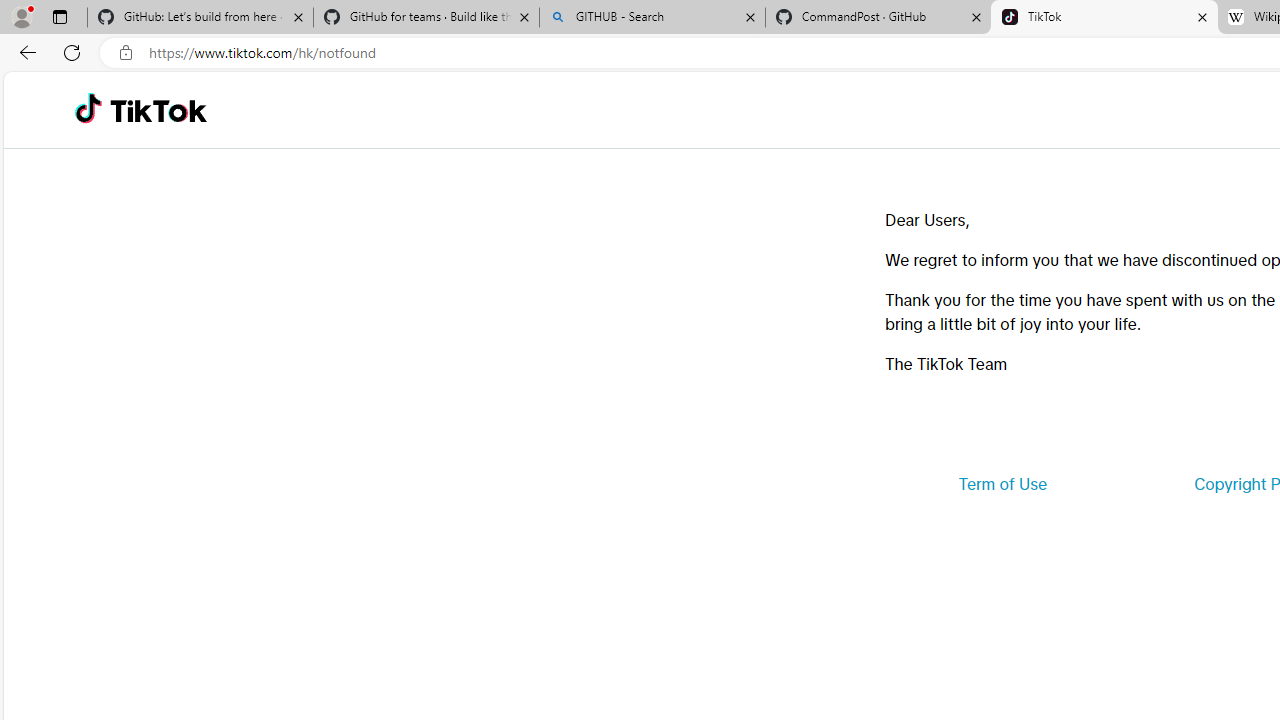 The height and width of the screenshot is (720, 1280). I want to click on 'GITHUB - Search', so click(652, 17).